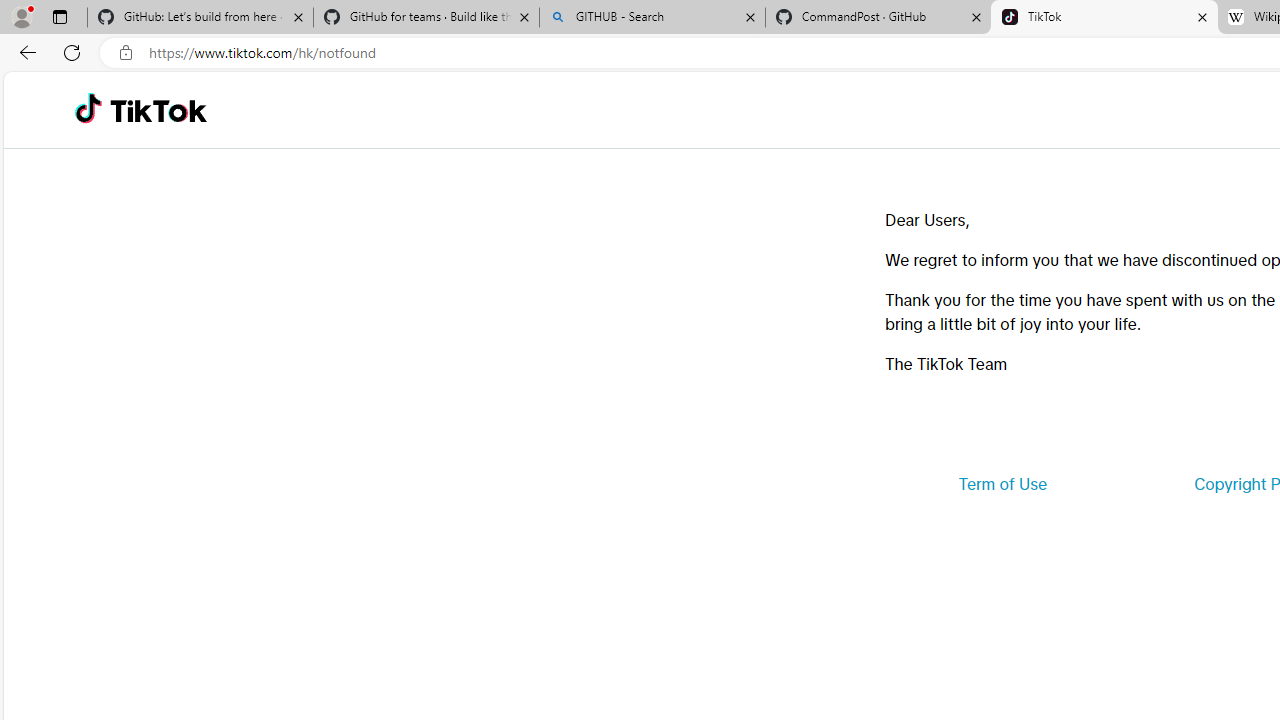 The height and width of the screenshot is (720, 1280). I want to click on 'GITHUB - Search', so click(652, 17).